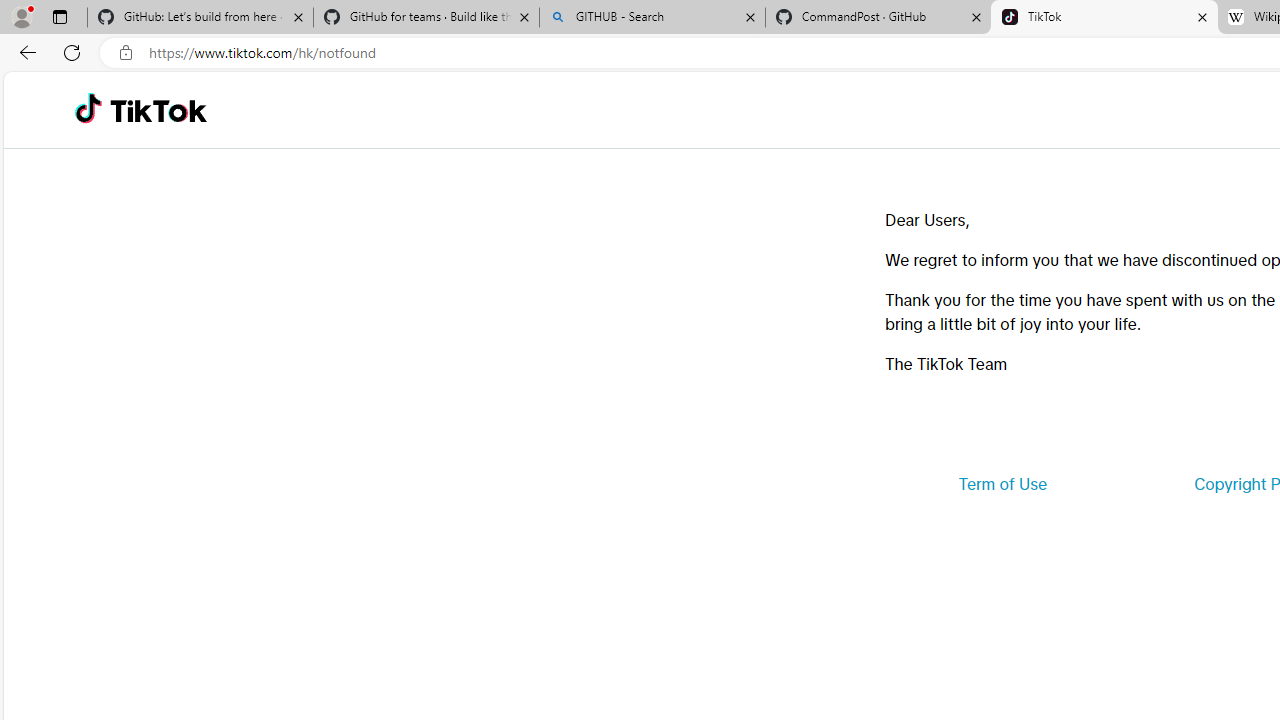 The height and width of the screenshot is (720, 1280). I want to click on 'GITHUB - Search', so click(652, 17).